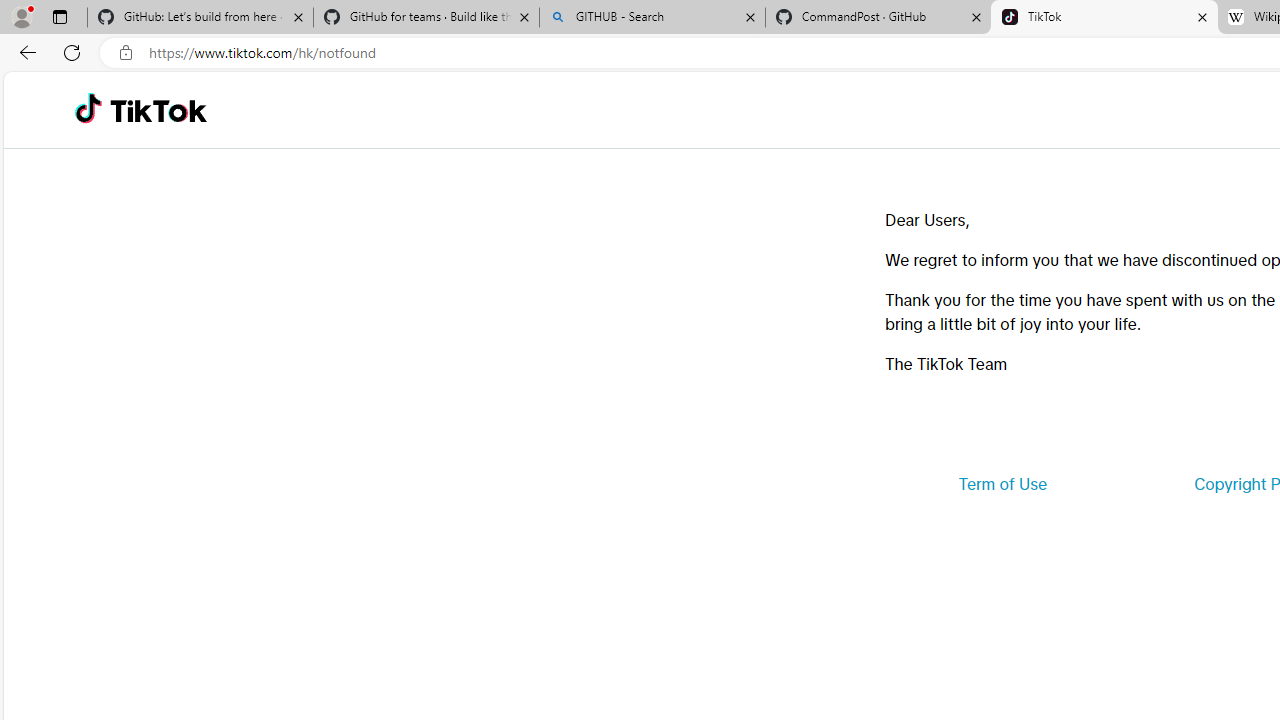 The height and width of the screenshot is (720, 1280). I want to click on 'GITHUB - Search', so click(652, 17).